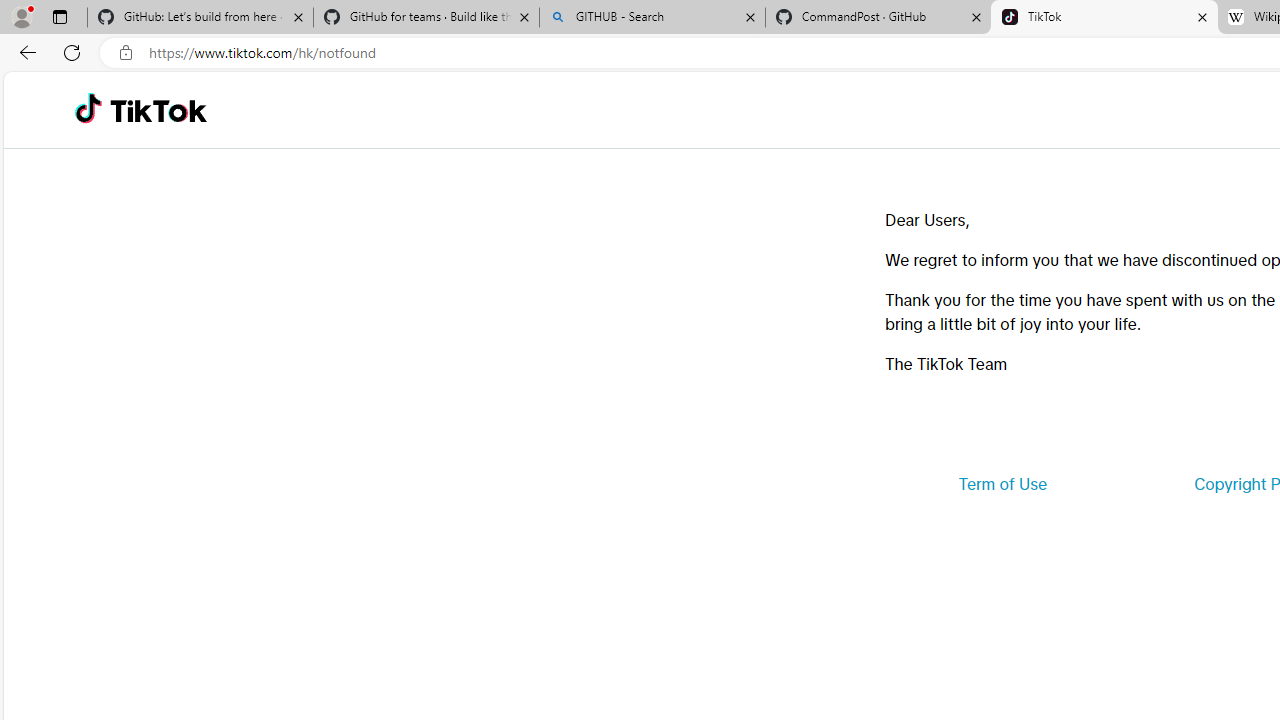 The height and width of the screenshot is (720, 1280). I want to click on 'GITHUB - Search', so click(652, 17).